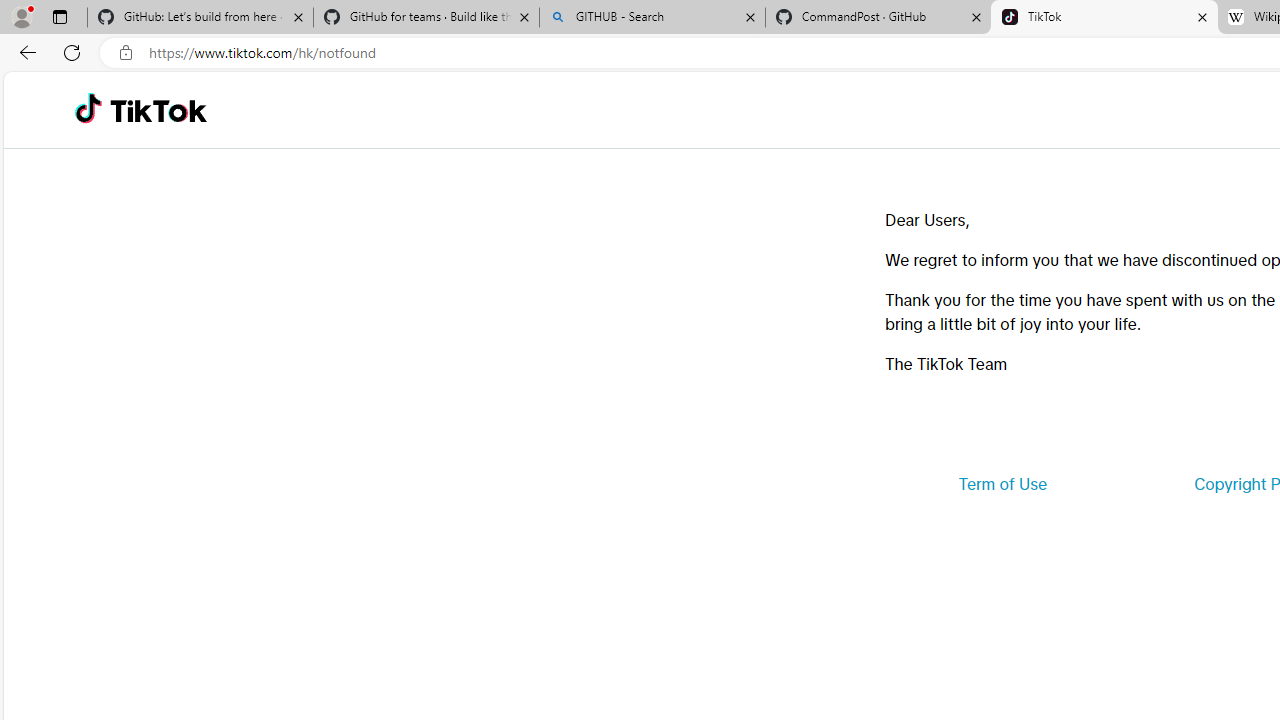 The height and width of the screenshot is (720, 1280). I want to click on 'GITHUB - Search', so click(652, 17).